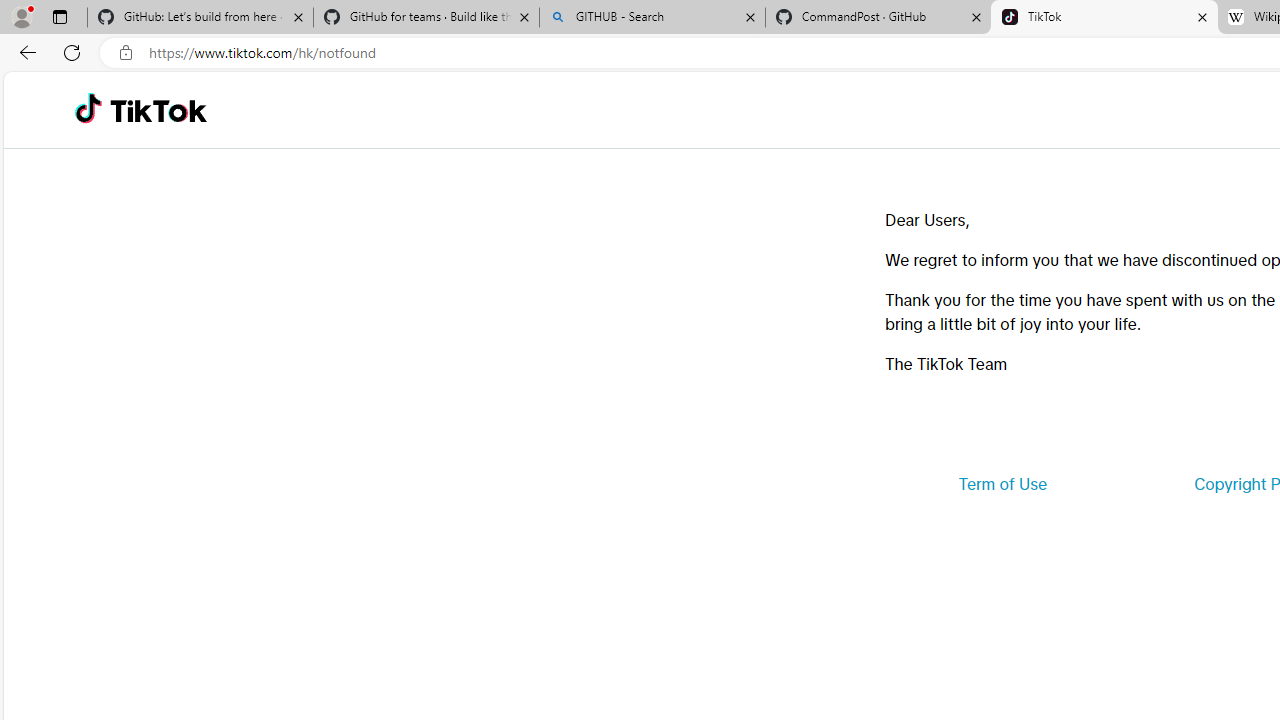 The height and width of the screenshot is (720, 1280). I want to click on 'GITHUB - Search', so click(652, 17).